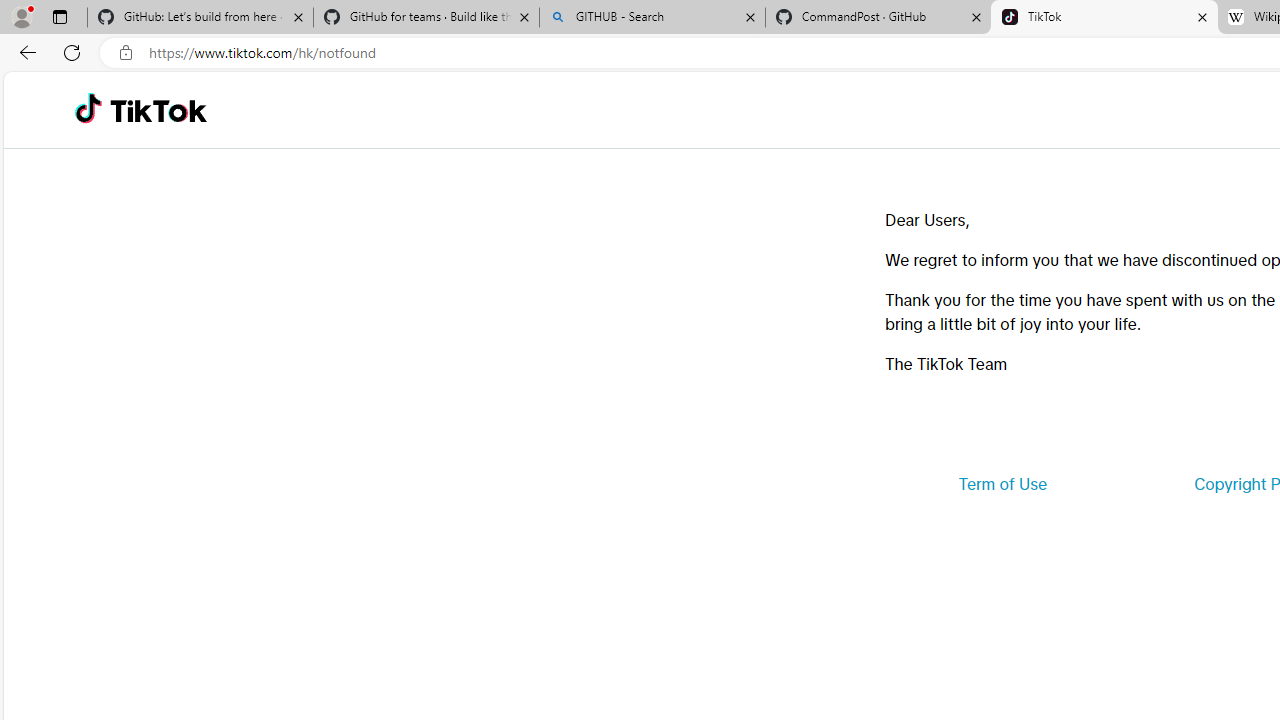 The height and width of the screenshot is (720, 1280). I want to click on 'GITHUB - Search', so click(652, 17).